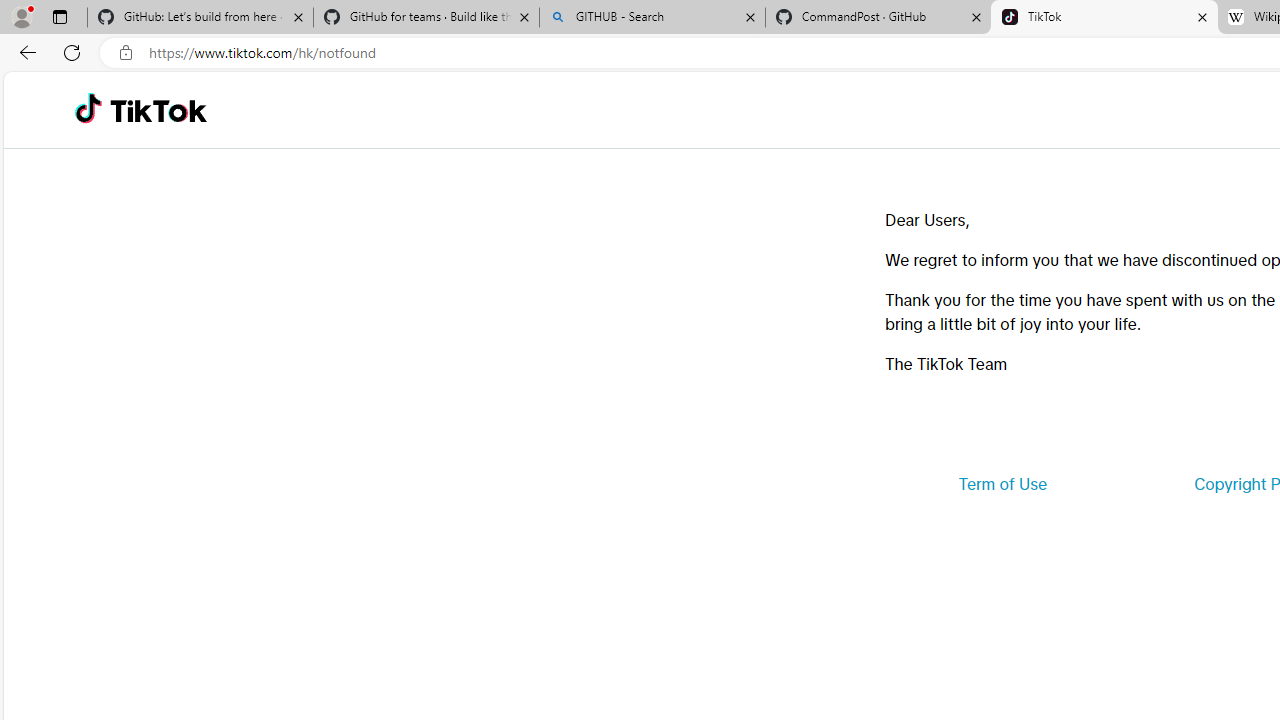 The height and width of the screenshot is (720, 1280). I want to click on 'GITHUB - Search', so click(652, 17).